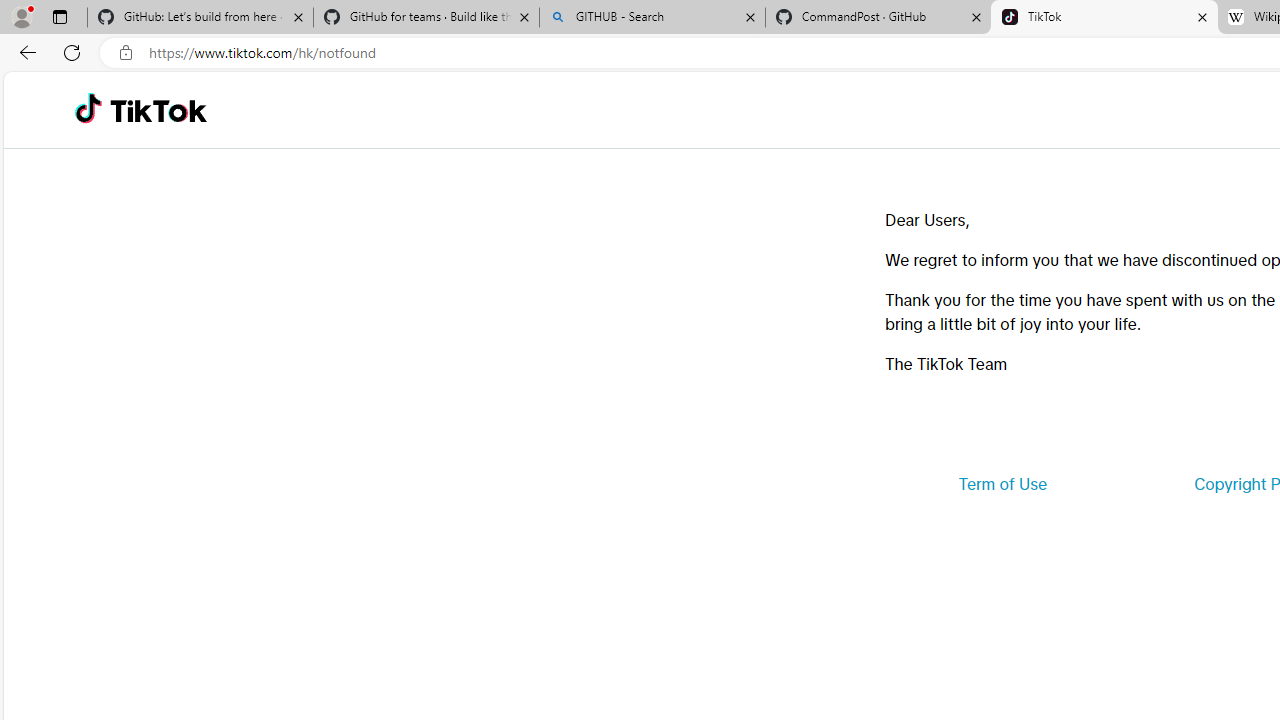 The height and width of the screenshot is (720, 1280). I want to click on 'GITHUB - Search', so click(652, 17).